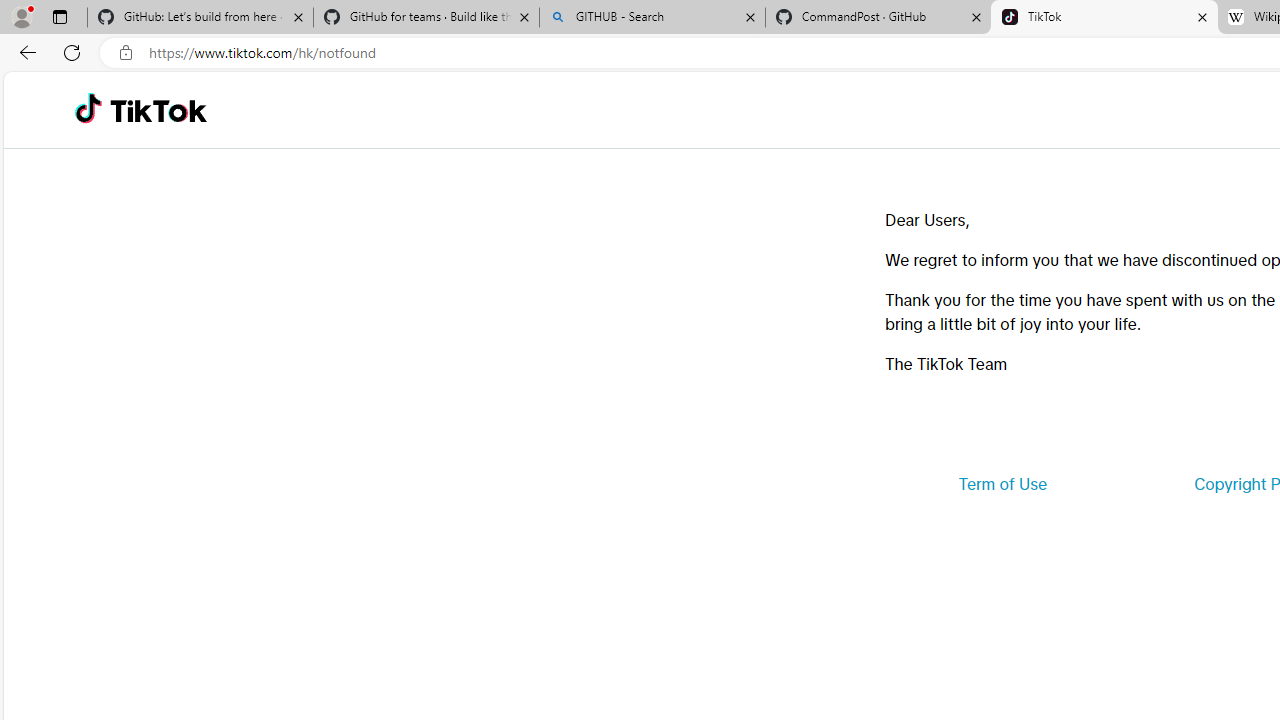 The height and width of the screenshot is (720, 1280). I want to click on 'GITHUB - Search', so click(652, 17).